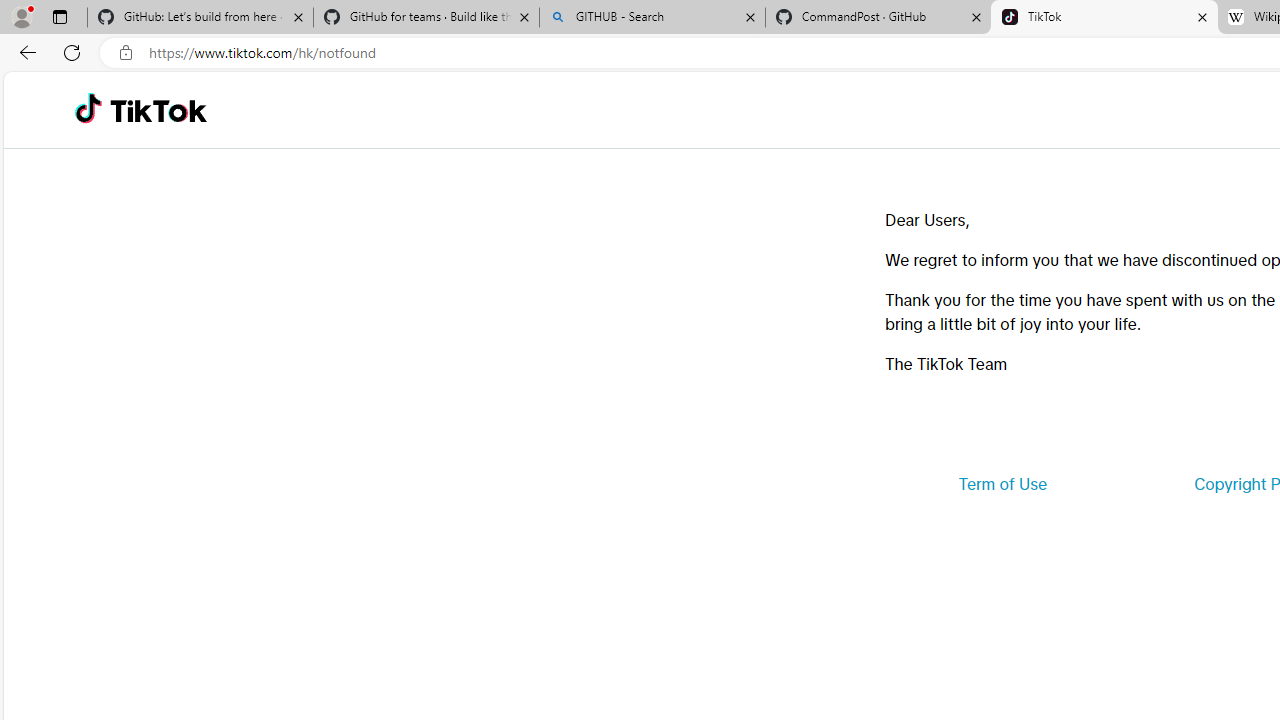 The height and width of the screenshot is (720, 1280). I want to click on 'GITHUB - Search', so click(652, 17).